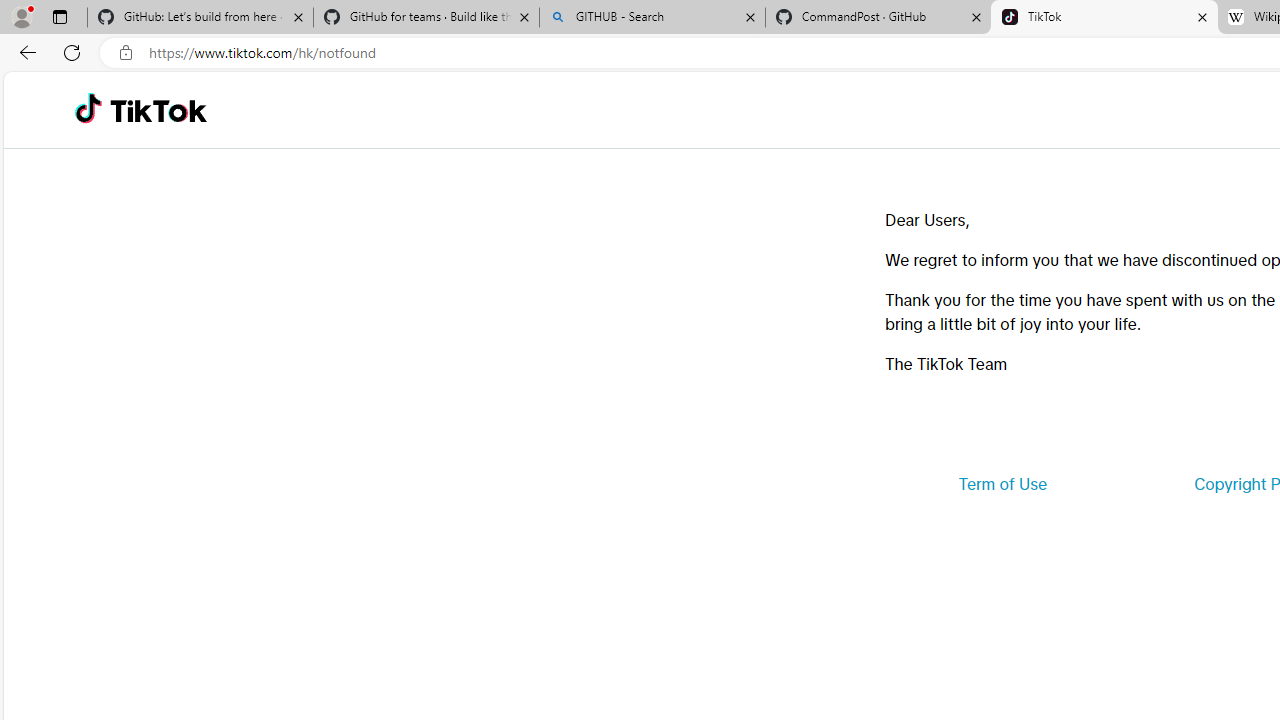 The height and width of the screenshot is (720, 1280). I want to click on 'GITHUB - Search', so click(652, 17).